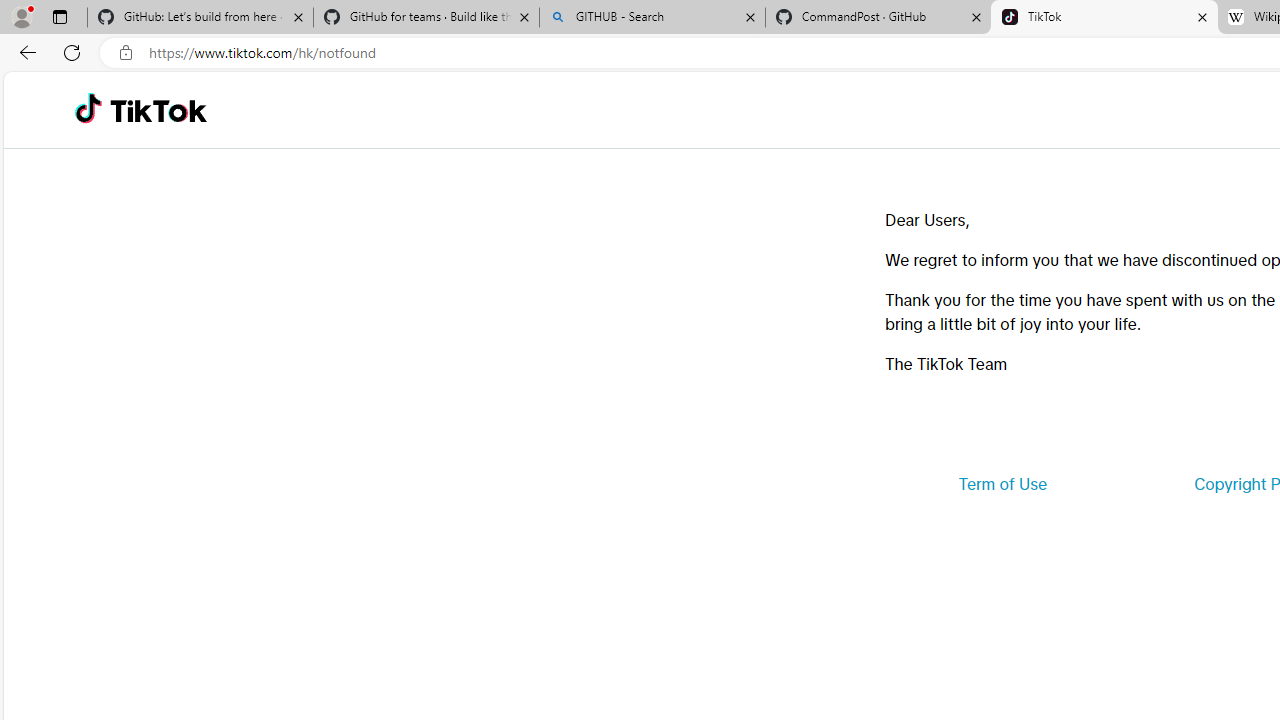 The height and width of the screenshot is (720, 1280). I want to click on 'GITHUB - Search', so click(652, 17).